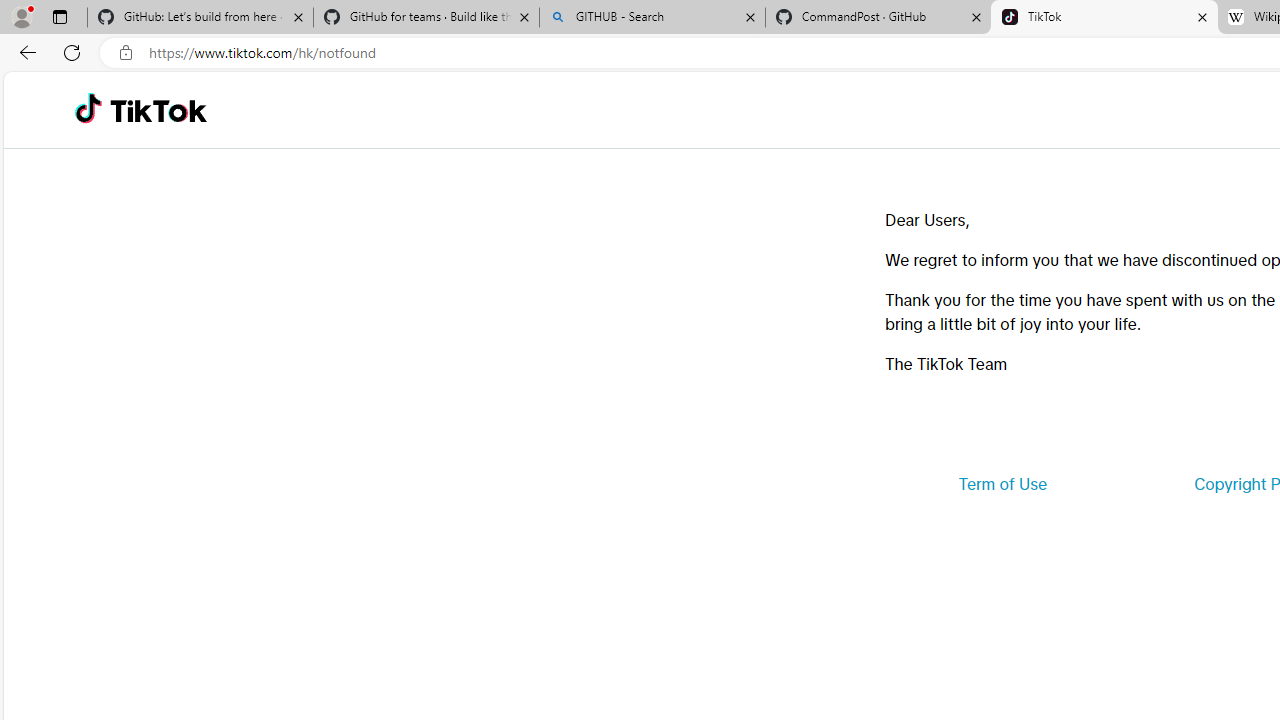 The height and width of the screenshot is (720, 1280). I want to click on 'GITHUB - Search', so click(652, 17).